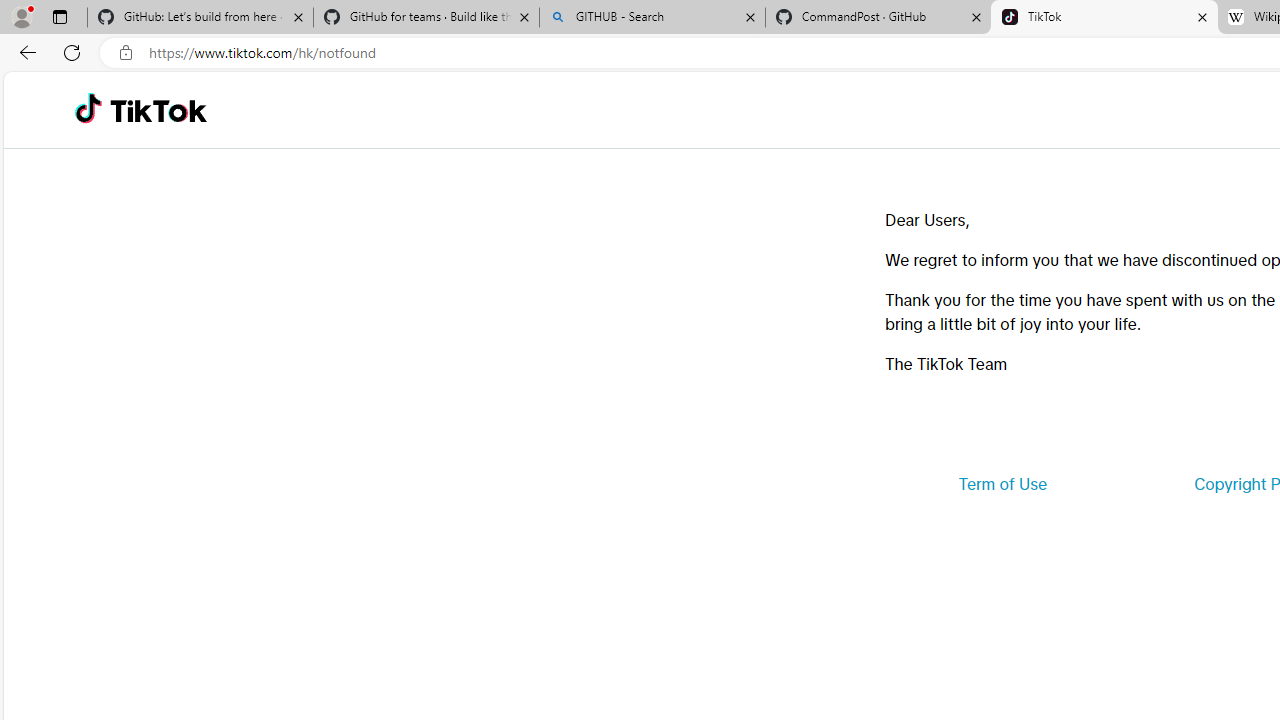 The height and width of the screenshot is (720, 1280). I want to click on 'GITHUB - Search', so click(652, 17).